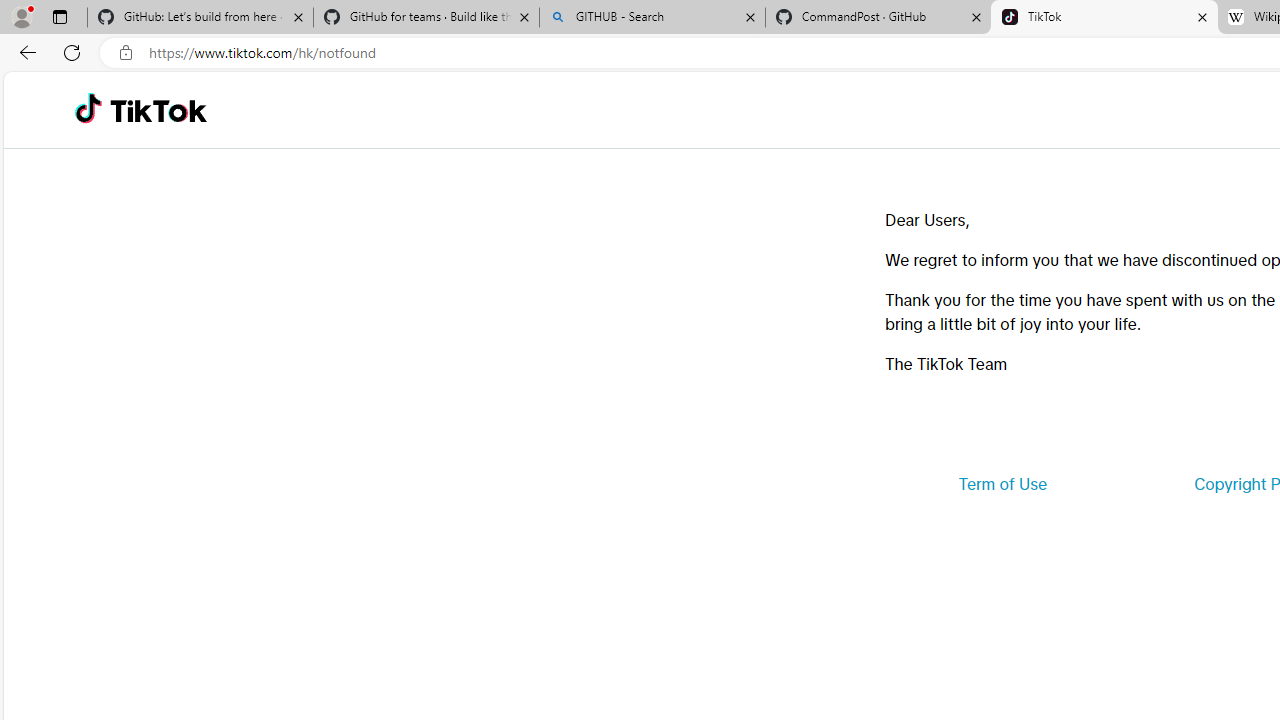 The height and width of the screenshot is (720, 1280). I want to click on 'GITHUB - Search', so click(652, 17).